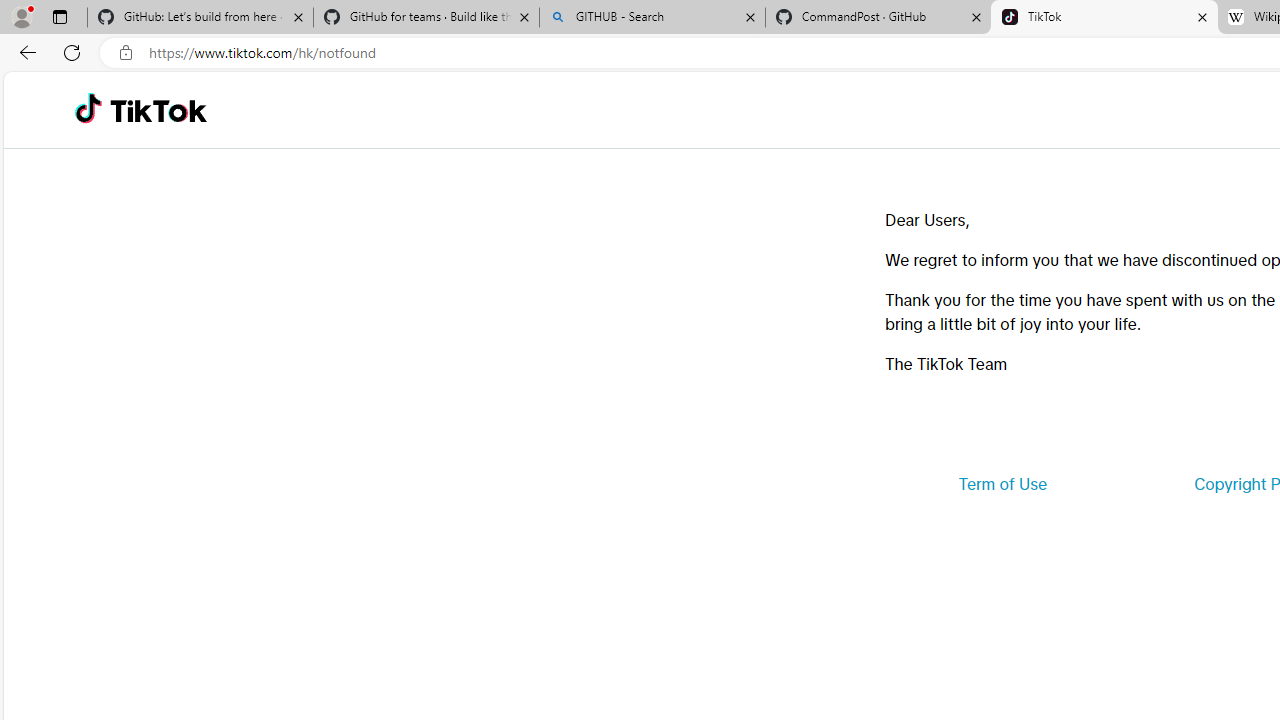 The height and width of the screenshot is (720, 1280). I want to click on 'GITHUB - Search', so click(652, 17).